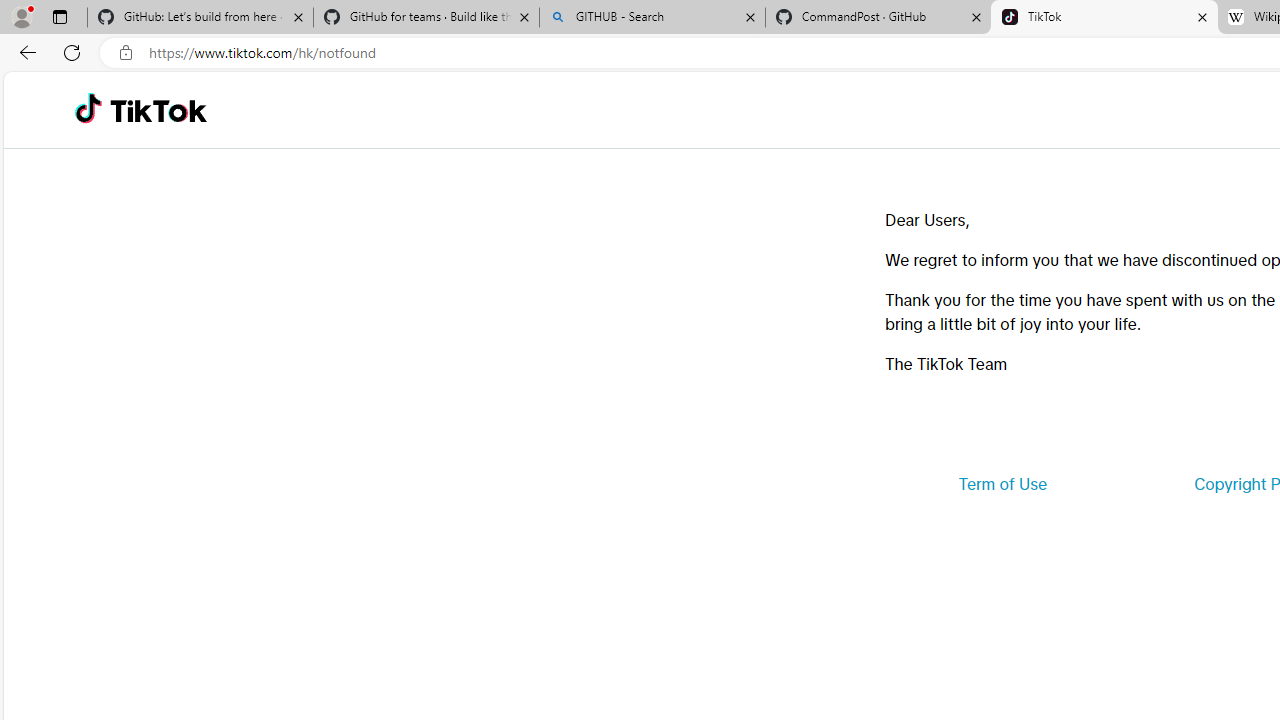 The height and width of the screenshot is (720, 1280). I want to click on 'GITHUB - Search', so click(652, 17).